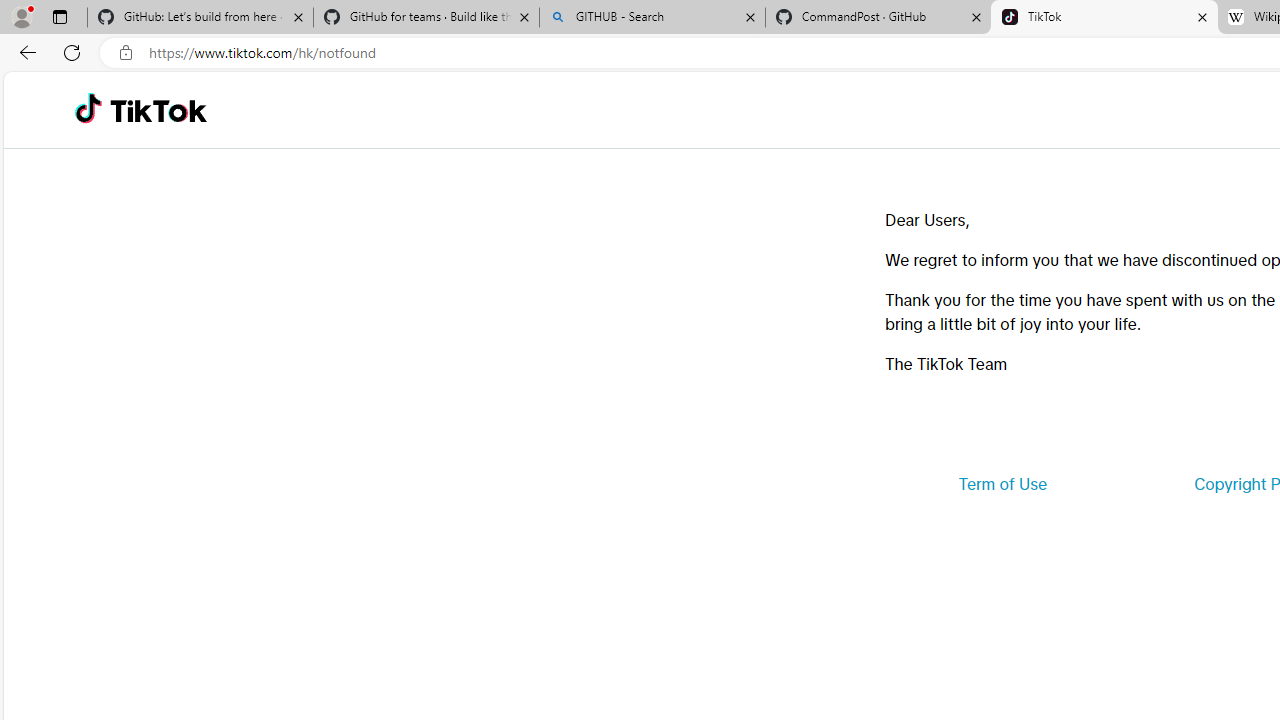 The height and width of the screenshot is (720, 1280). I want to click on 'GITHUB - Search', so click(652, 17).